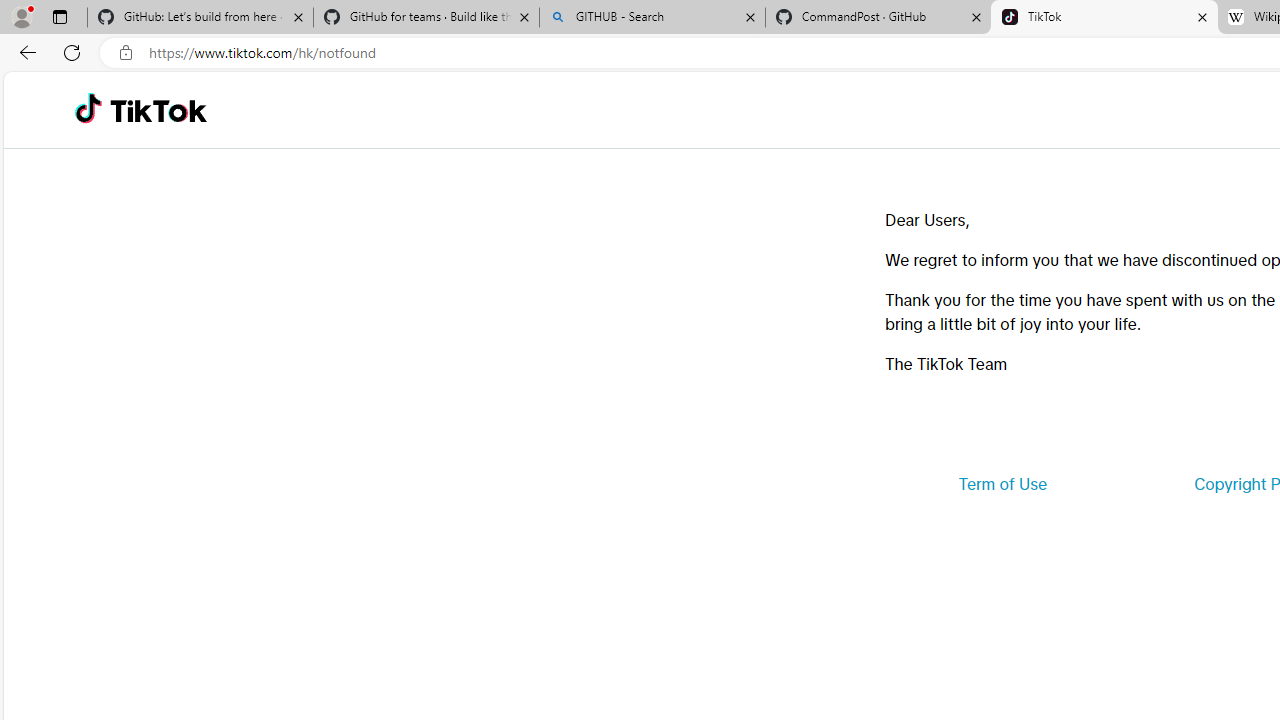 The height and width of the screenshot is (720, 1280). I want to click on 'GITHUB - Search', so click(652, 17).